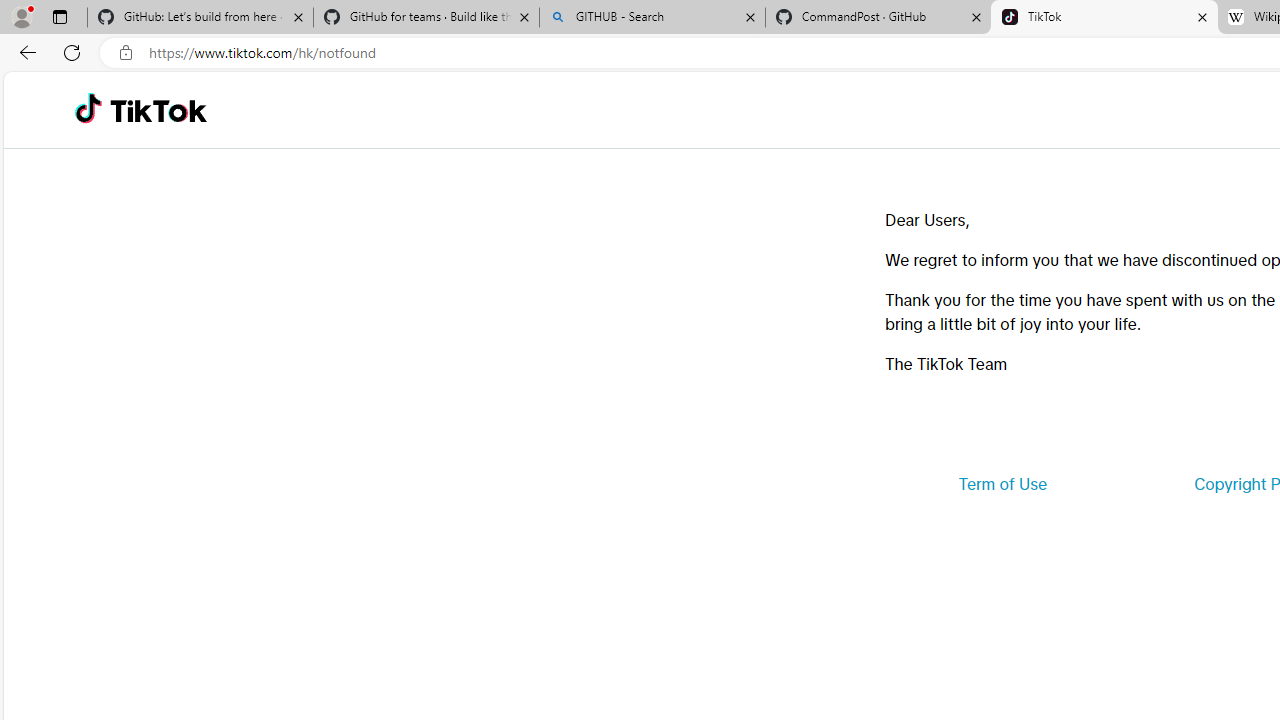 The height and width of the screenshot is (720, 1280). I want to click on 'GITHUB - Search', so click(652, 17).